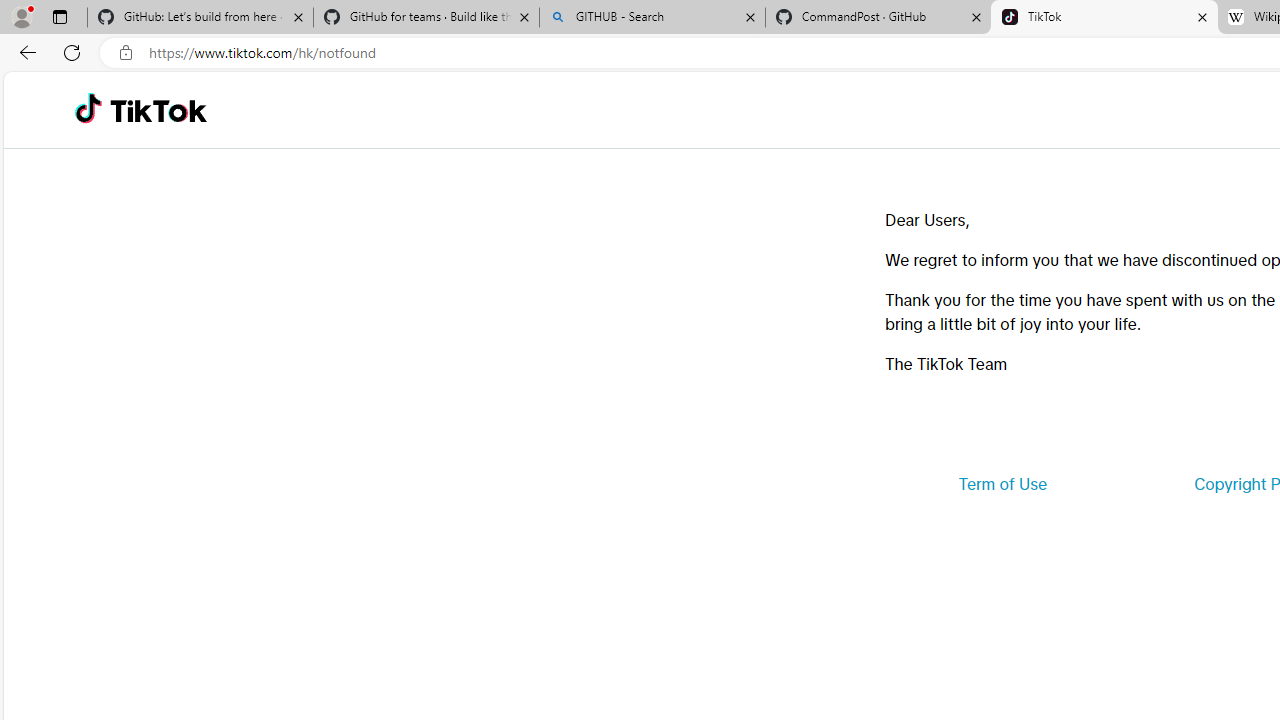 The height and width of the screenshot is (720, 1280). I want to click on 'GITHUB - Search', so click(652, 17).